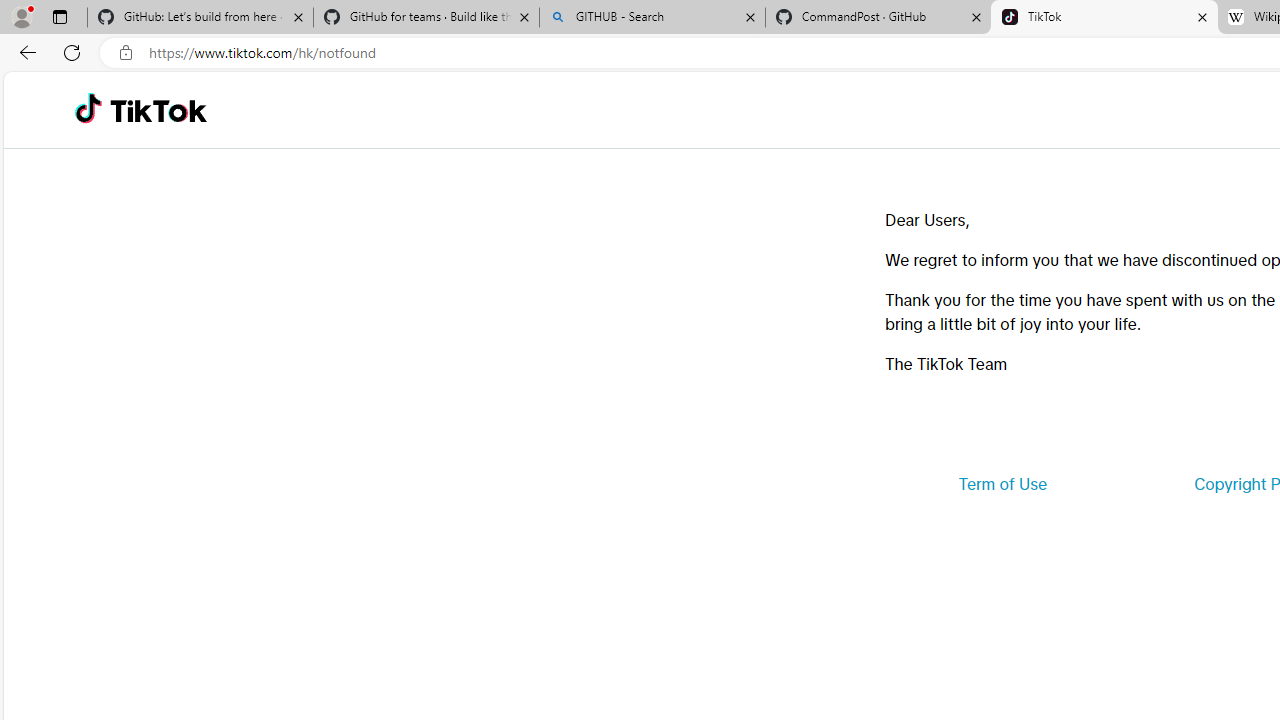 The height and width of the screenshot is (720, 1280). I want to click on 'GITHUB - Search', so click(652, 17).